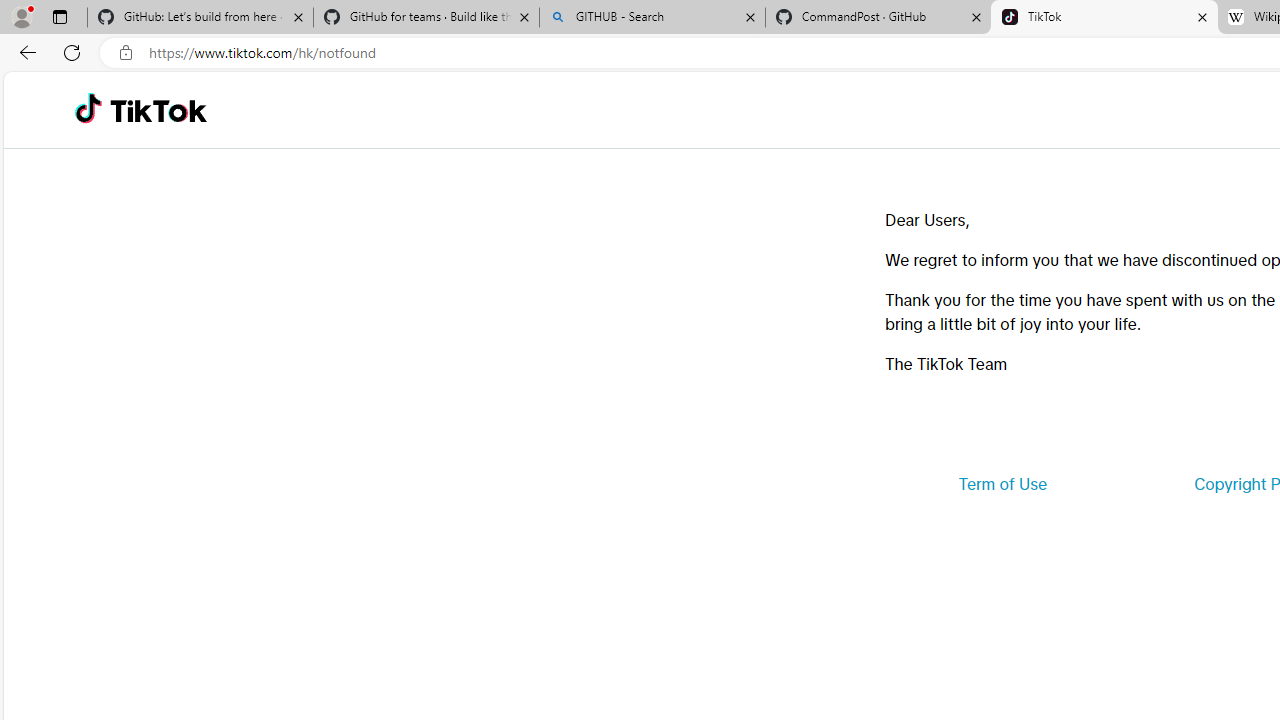 The height and width of the screenshot is (720, 1280). I want to click on 'GITHUB - Search', so click(652, 17).